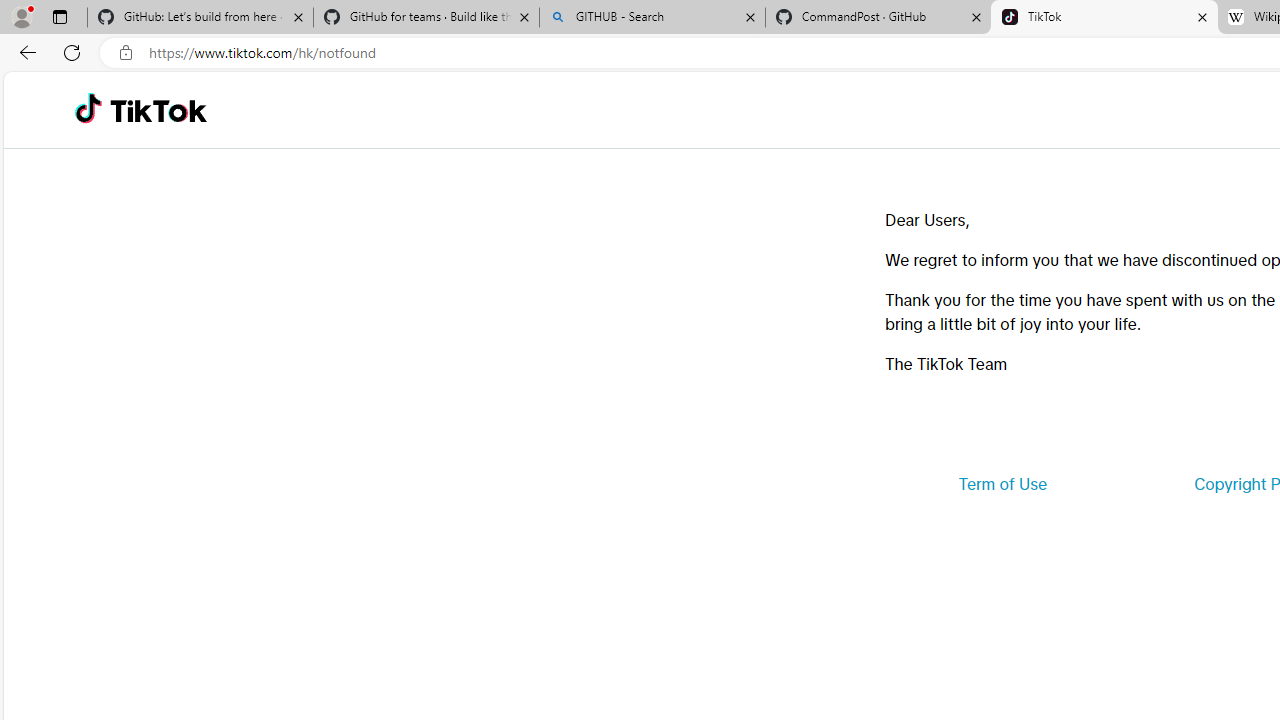 The height and width of the screenshot is (720, 1280). I want to click on 'GITHUB - Search', so click(652, 17).